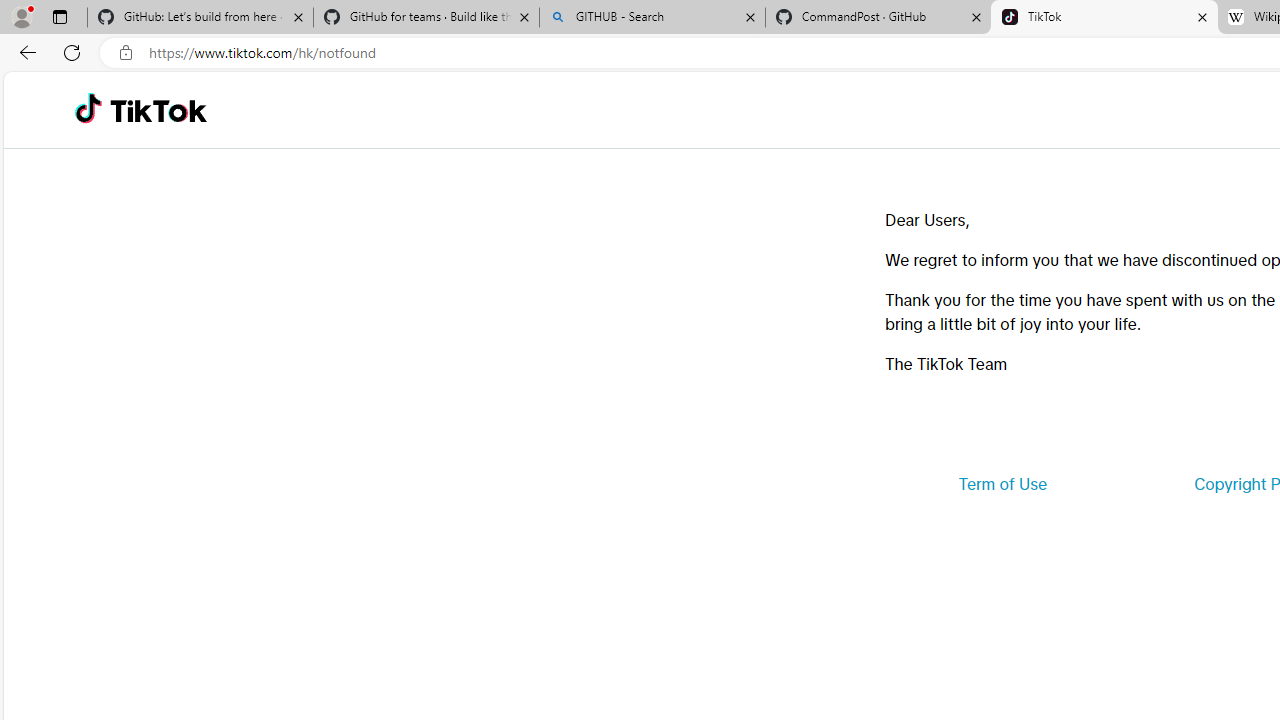 The height and width of the screenshot is (720, 1280). I want to click on 'GITHUB - Search', so click(652, 17).